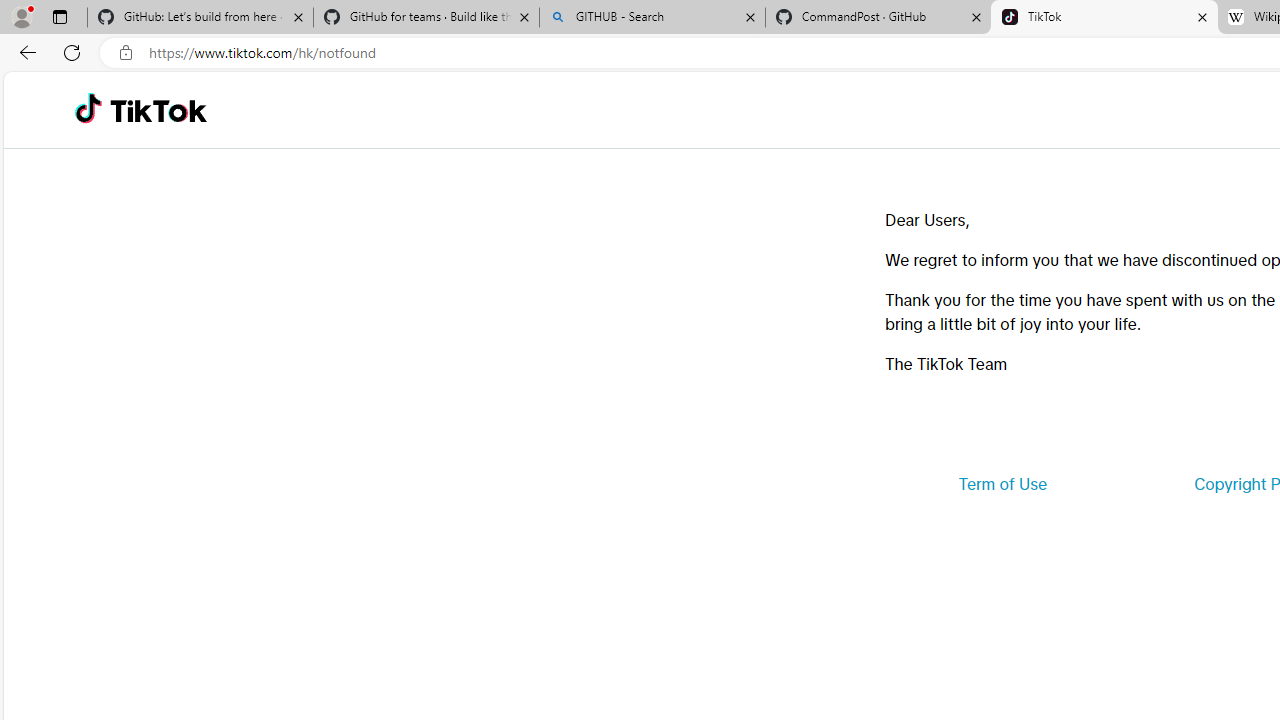 The height and width of the screenshot is (720, 1280). I want to click on 'GITHUB - Search', so click(652, 17).